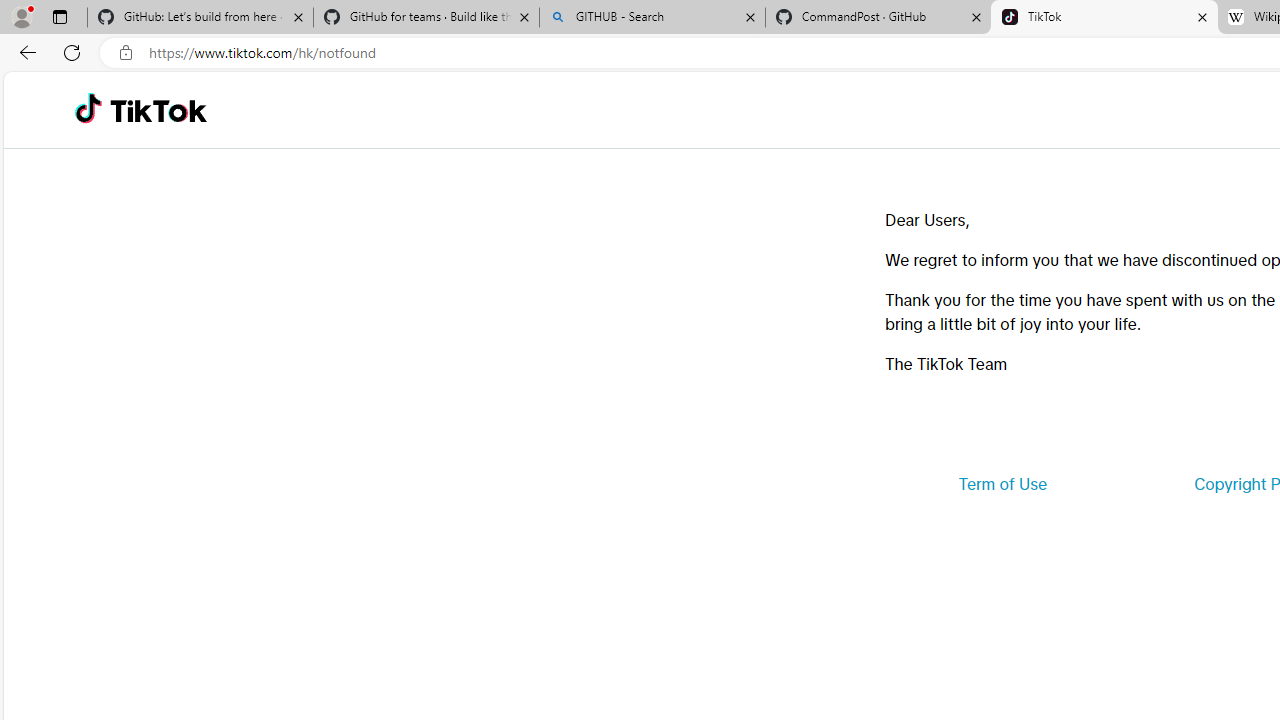 The height and width of the screenshot is (720, 1280). I want to click on 'GITHUB - Search', so click(652, 17).